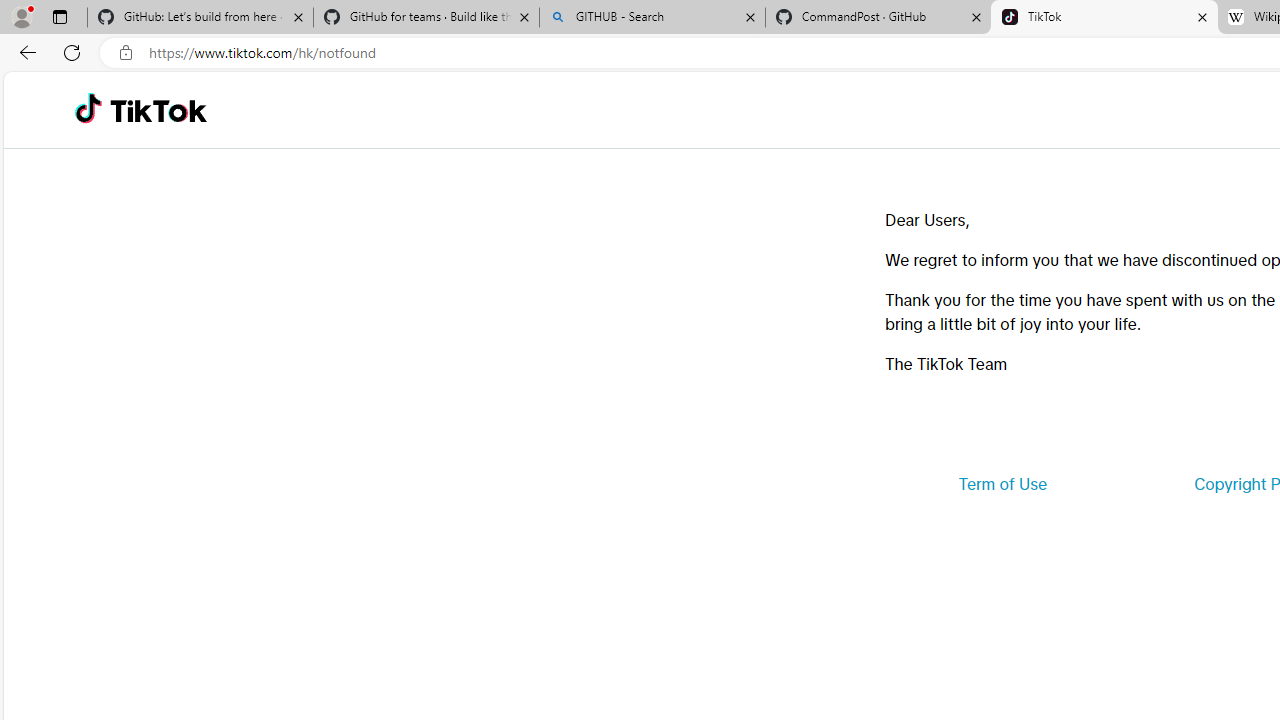 The height and width of the screenshot is (720, 1280). I want to click on 'GITHUB - Search', so click(652, 17).